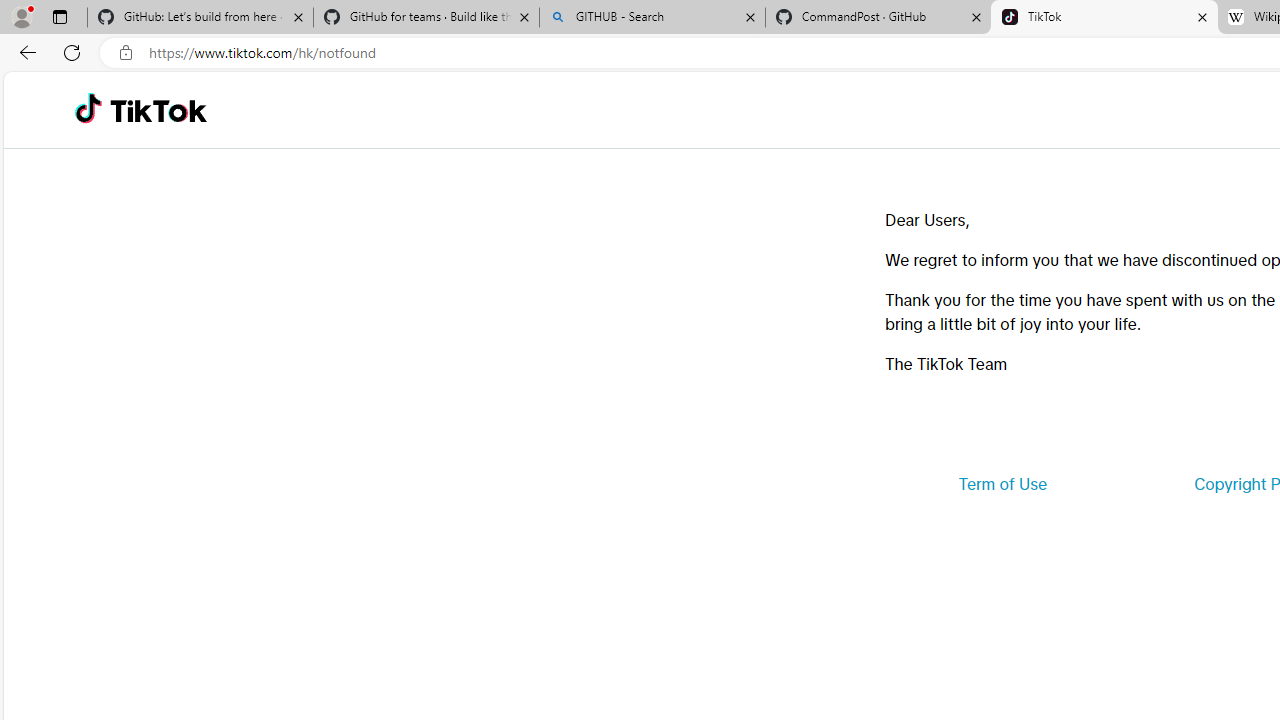 The height and width of the screenshot is (720, 1280). I want to click on 'GITHUB - Search', so click(652, 17).